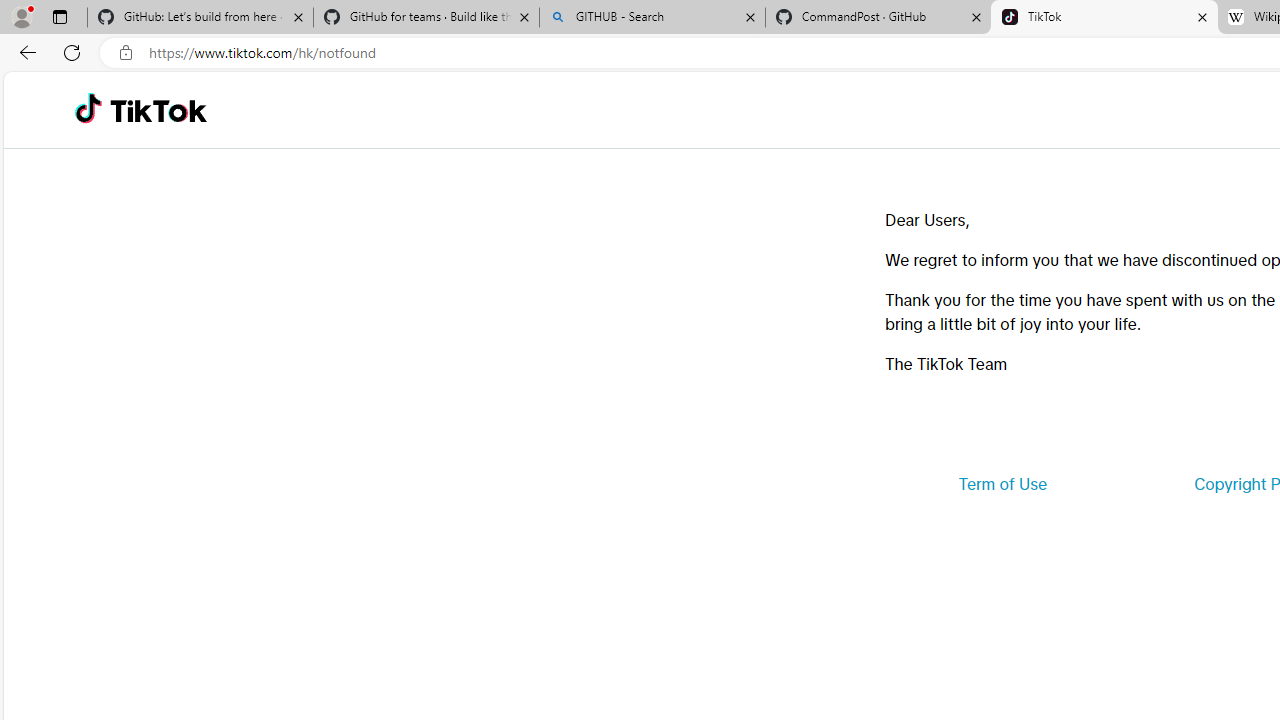 The height and width of the screenshot is (720, 1280). I want to click on 'GITHUB - Search', so click(652, 17).